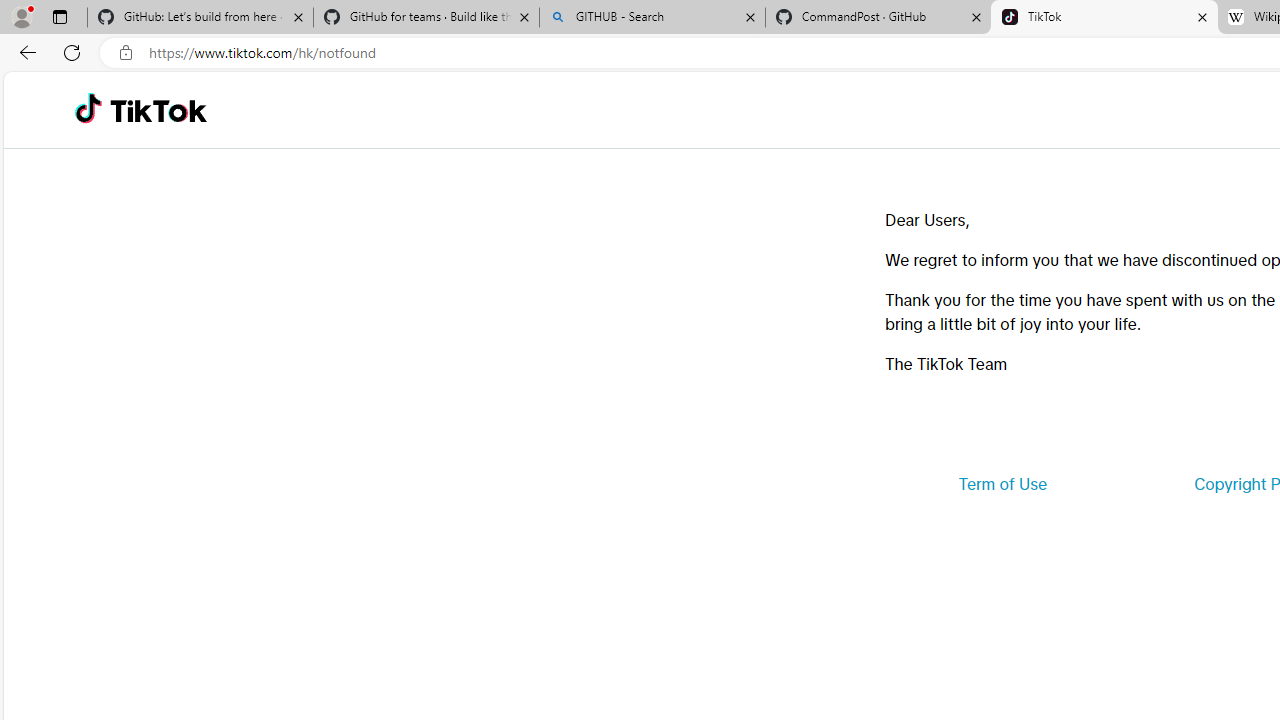 The height and width of the screenshot is (720, 1280). I want to click on 'GITHUB - Search', so click(652, 17).